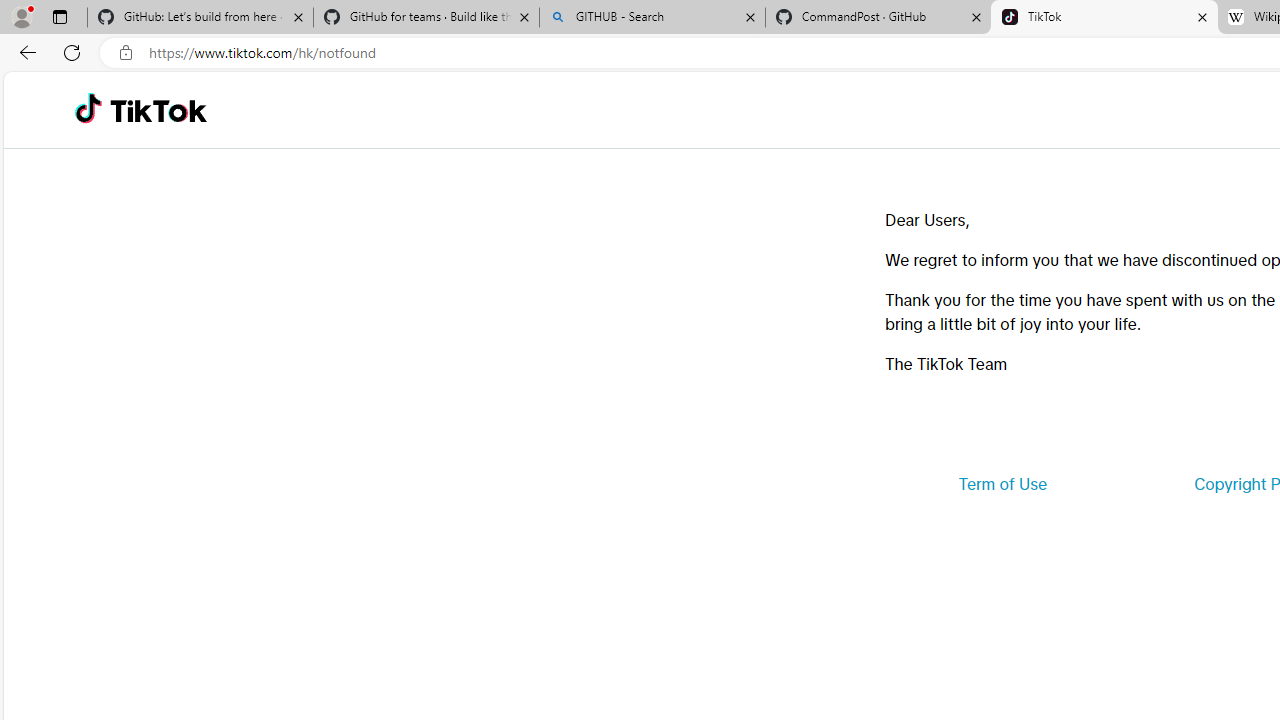 The height and width of the screenshot is (720, 1280). I want to click on 'GITHUB - Search', so click(652, 17).